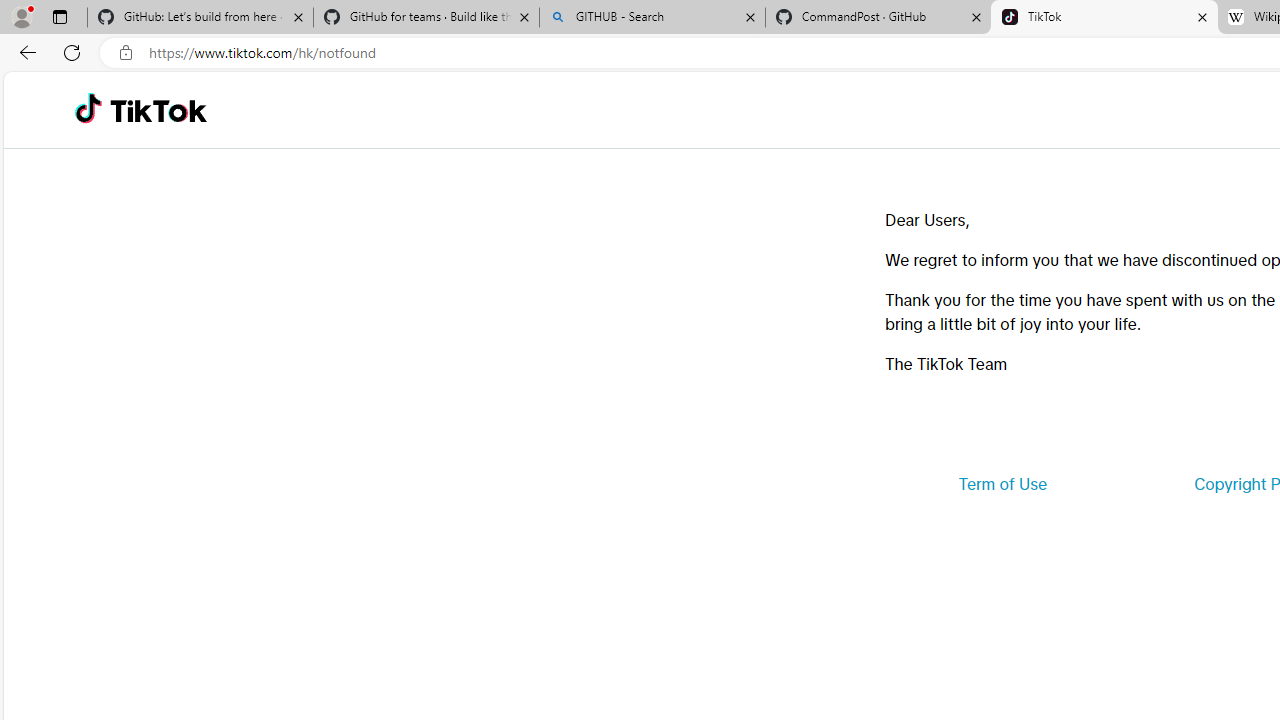 The height and width of the screenshot is (720, 1280). I want to click on 'GITHUB - Search', so click(652, 17).